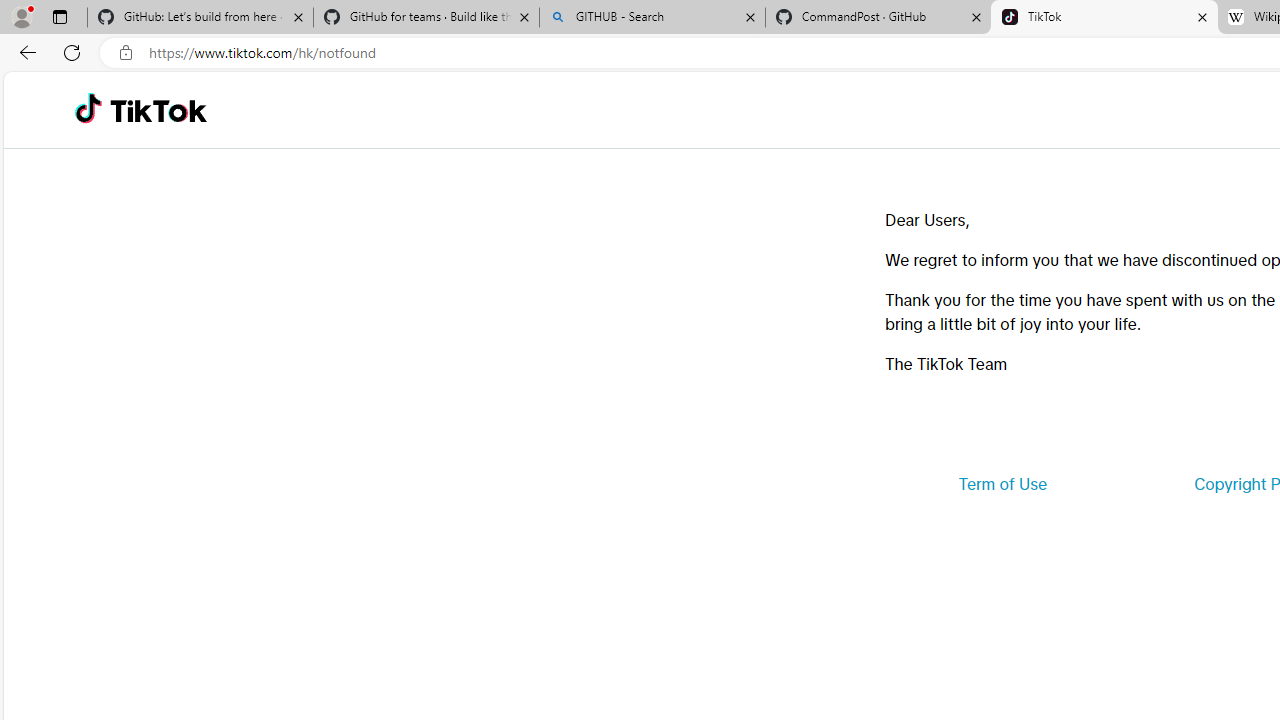 The height and width of the screenshot is (720, 1280). I want to click on 'GITHUB - Search', so click(652, 17).